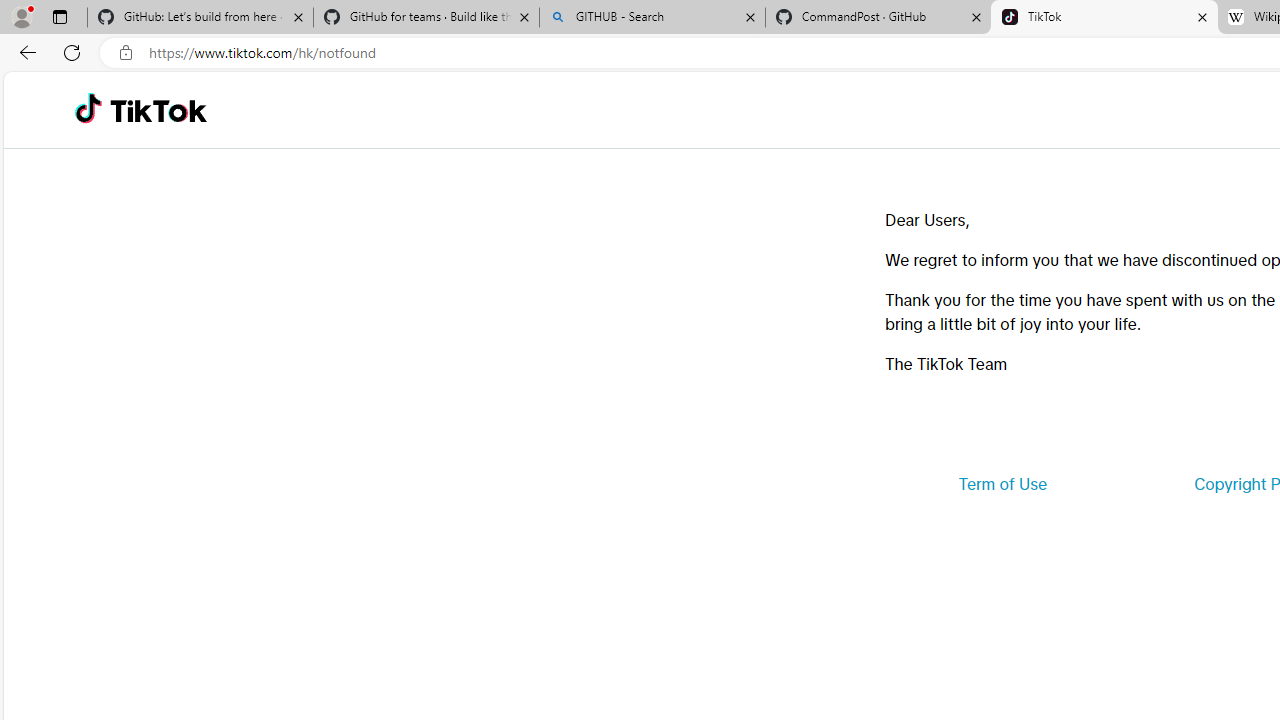 The height and width of the screenshot is (720, 1280). I want to click on 'GITHUB - Search', so click(652, 17).